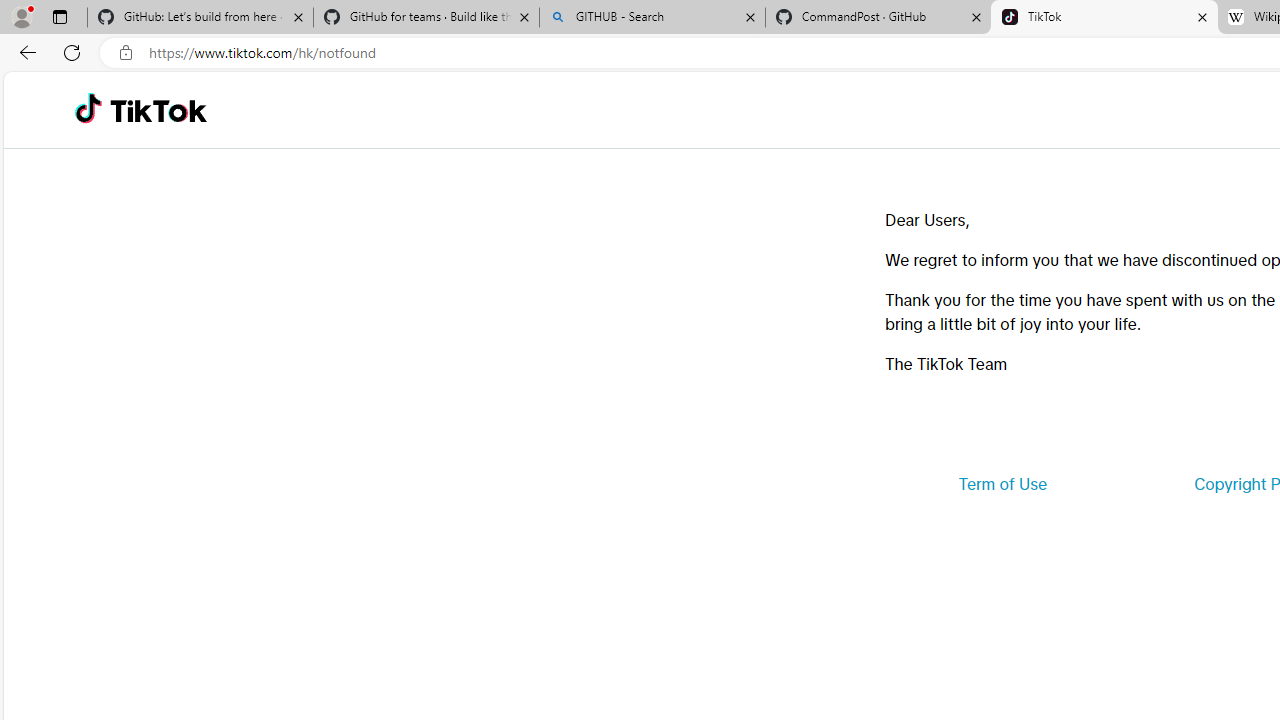 The height and width of the screenshot is (720, 1280). I want to click on 'GITHUB - Search', so click(652, 17).